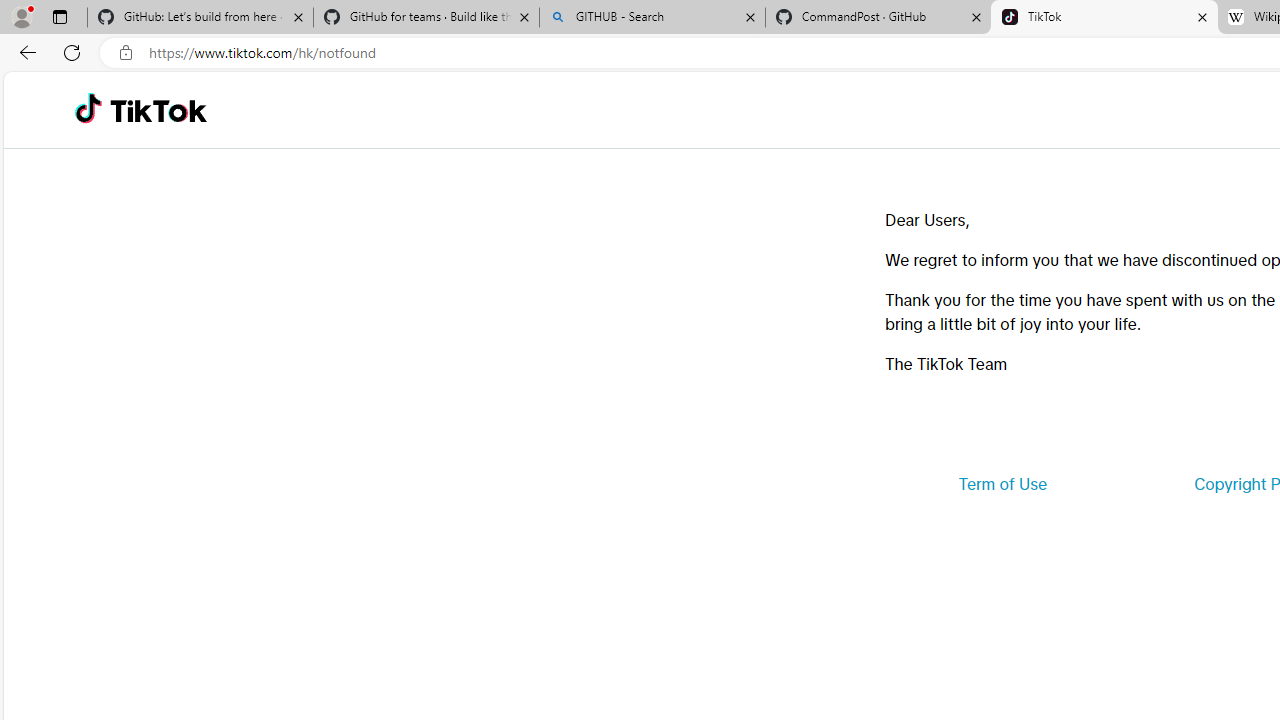 The height and width of the screenshot is (720, 1280). I want to click on 'GITHUB - Search', so click(652, 17).